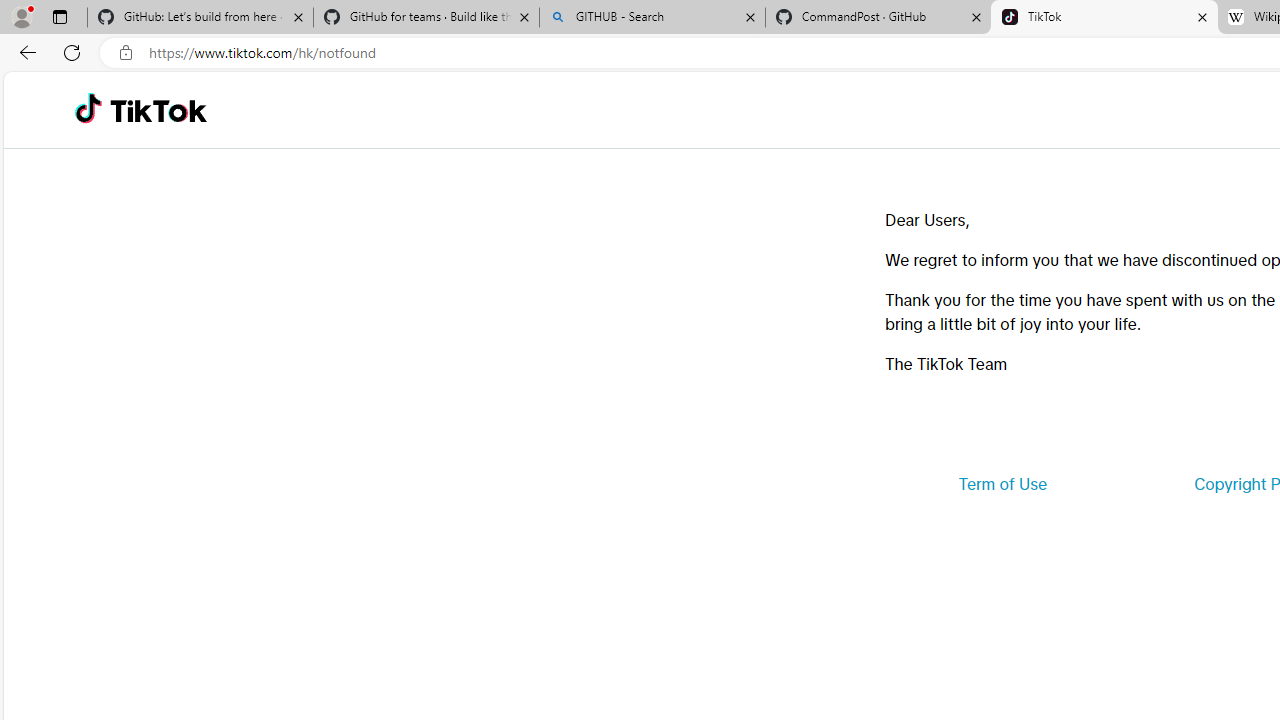 The height and width of the screenshot is (720, 1280). I want to click on 'GITHUB - Search', so click(652, 17).